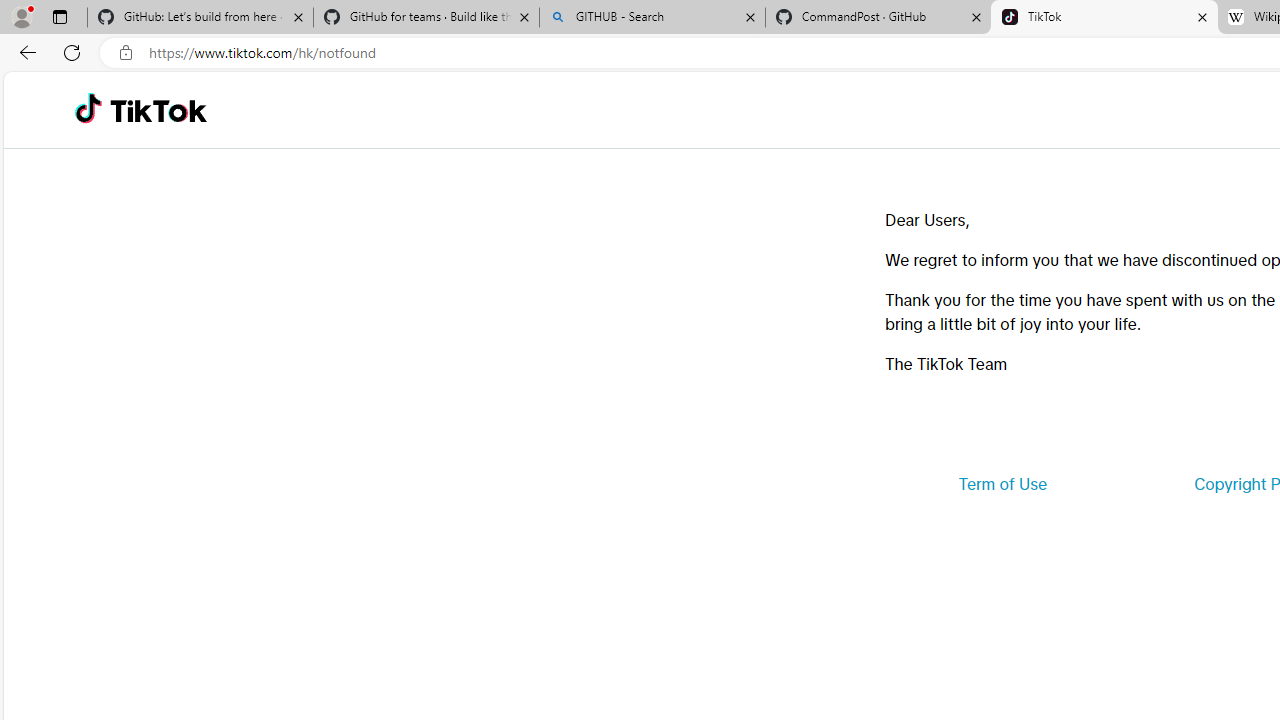 The height and width of the screenshot is (720, 1280). I want to click on 'GITHUB - Search', so click(652, 17).